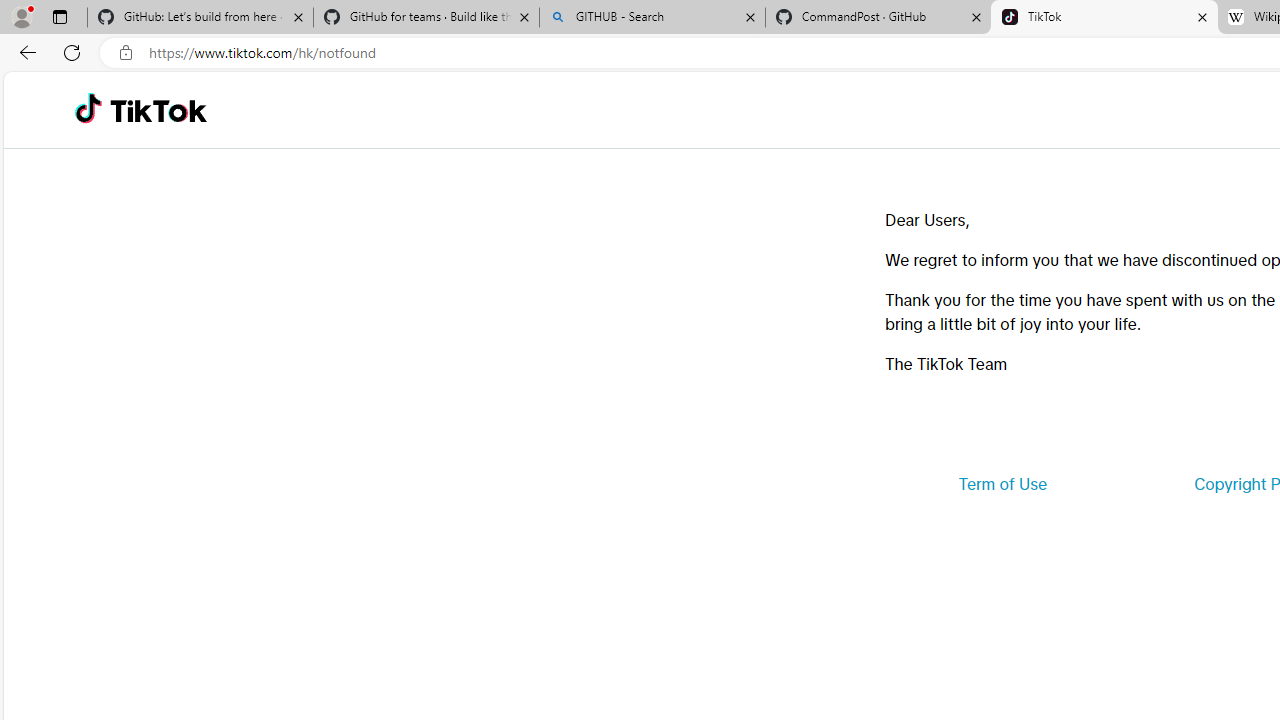 The height and width of the screenshot is (720, 1280). I want to click on 'GITHUB - Search', so click(652, 17).